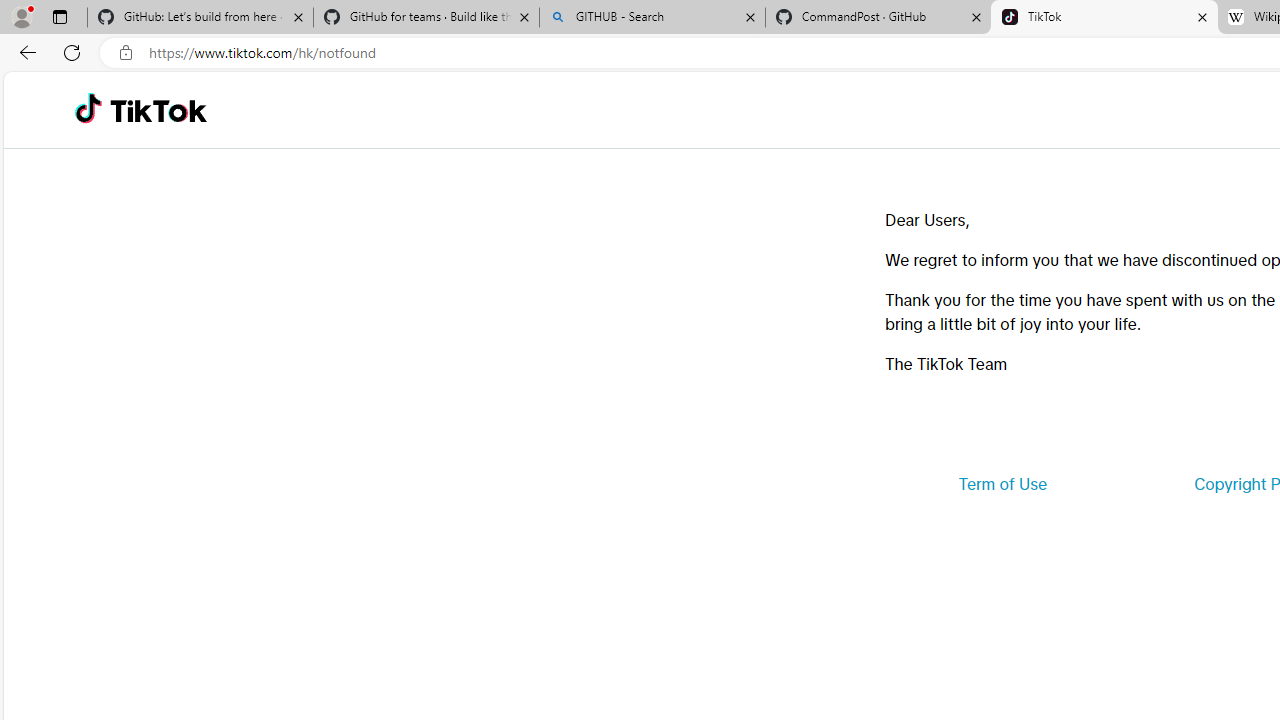 The height and width of the screenshot is (720, 1280). I want to click on 'GITHUB - Search', so click(652, 17).